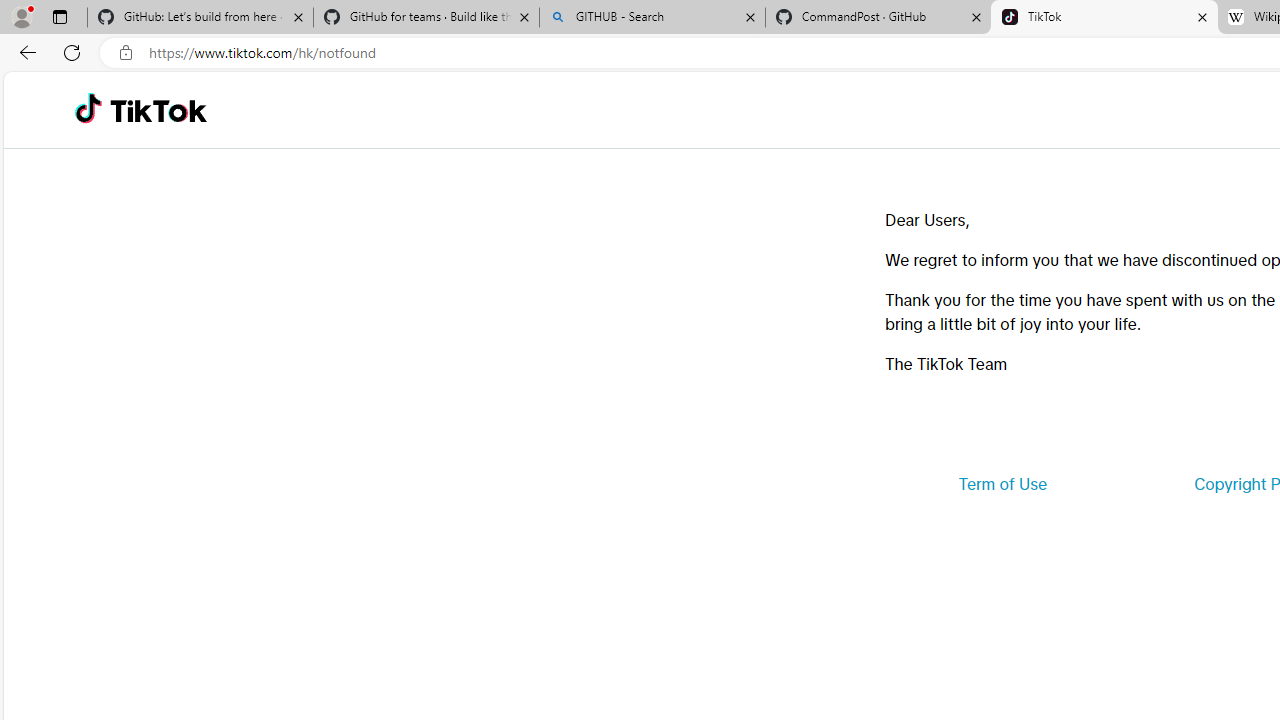 The height and width of the screenshot is (720, 1280). I want to click on 'GITHUB - Search', so click(652, 17).